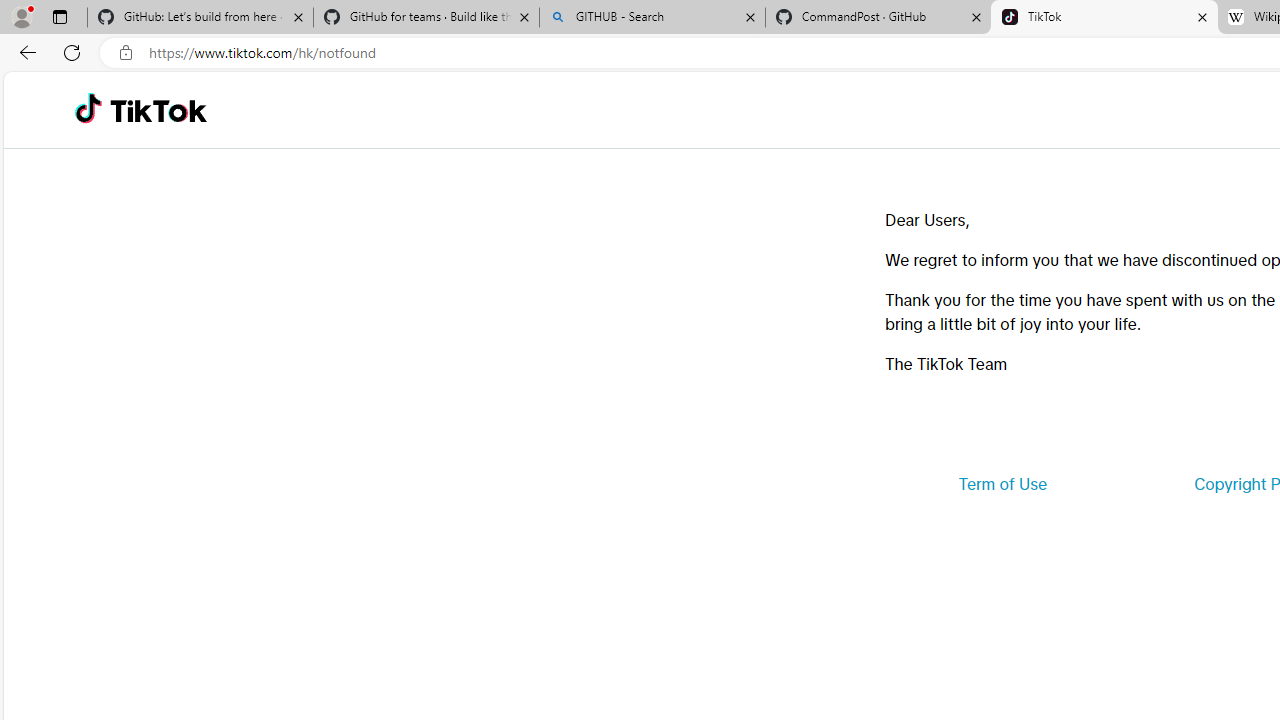 The height and width of the screenshot is (720, 1280). I want to click on 'GITHUB - Search', so click(652, 17).